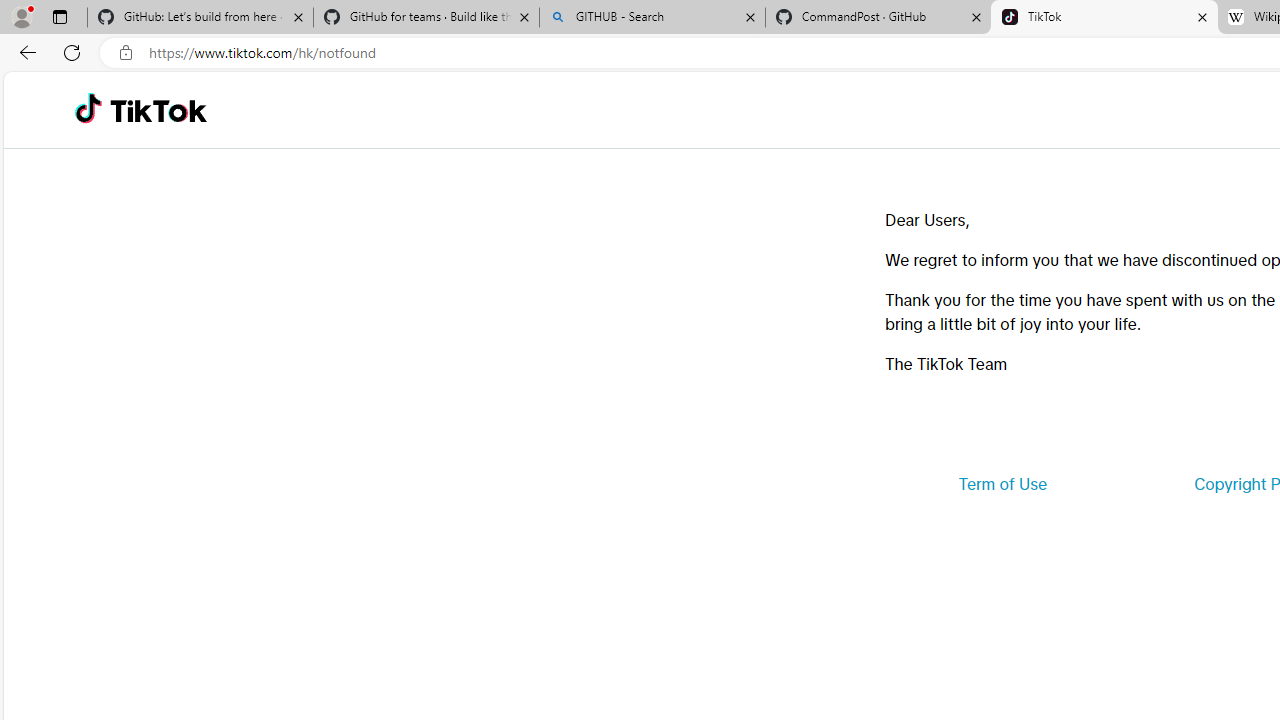 The height and width of the screenshot is (720, 1280). I want to click on 'GITHUB - Search', so click(652, 17).